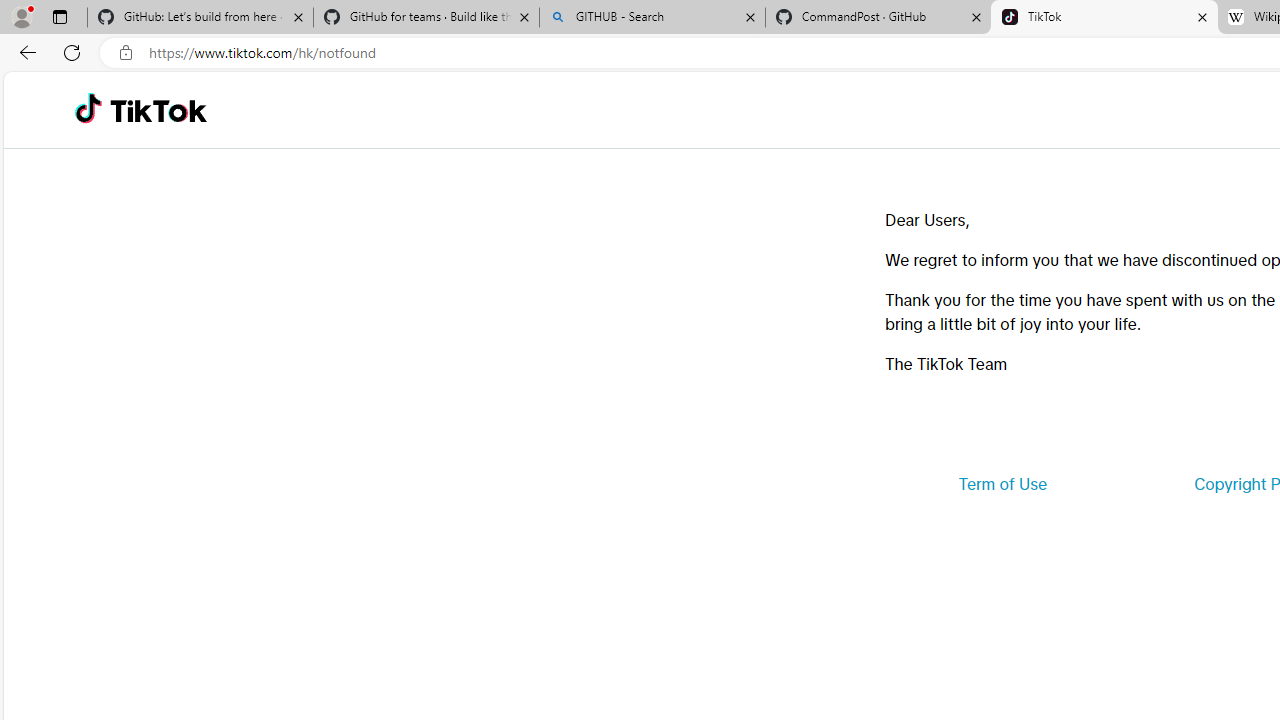 The height and width of the screenshot is (720, 1280). I want to click on 'GITHUB - Search', so click(652, 17).